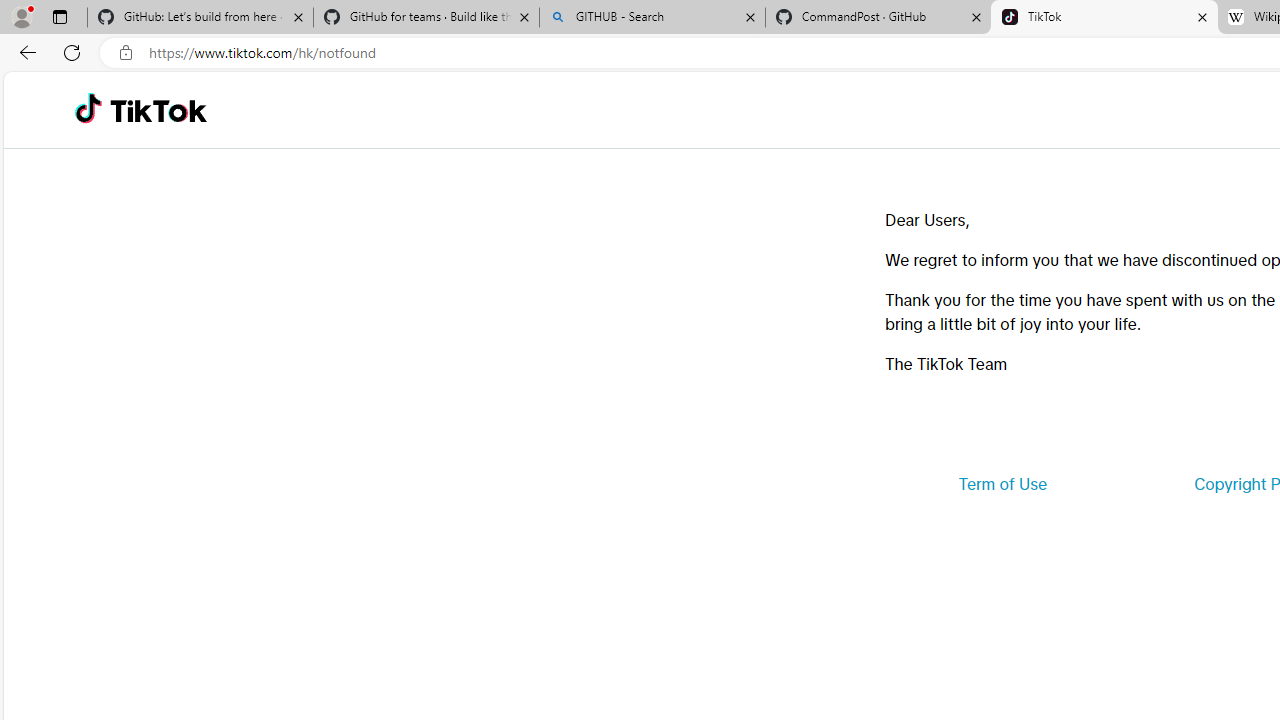 The height and width of the screenshot is (720, 1280). I want to click on 'GITHUB - Search', so click(652, 17).